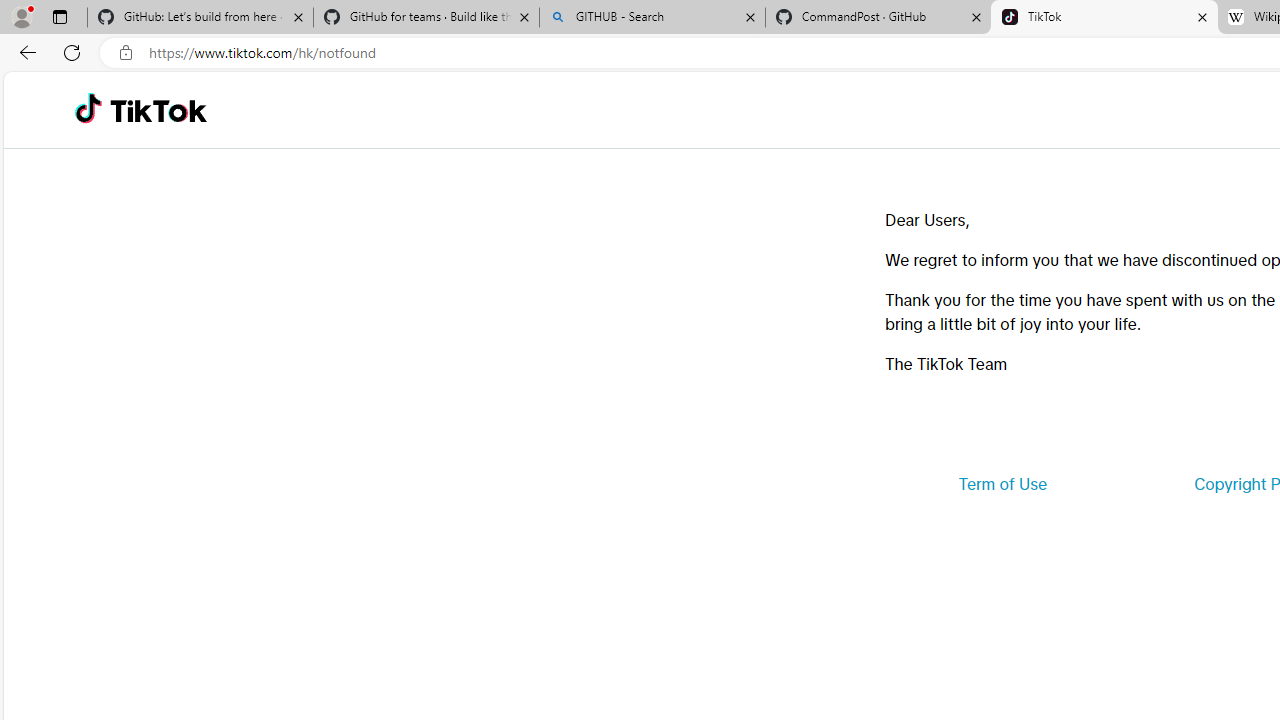 The height and width of the screenshot is (720, 1280). I want to click on 'GITHUB - Search', so click(652, 17).